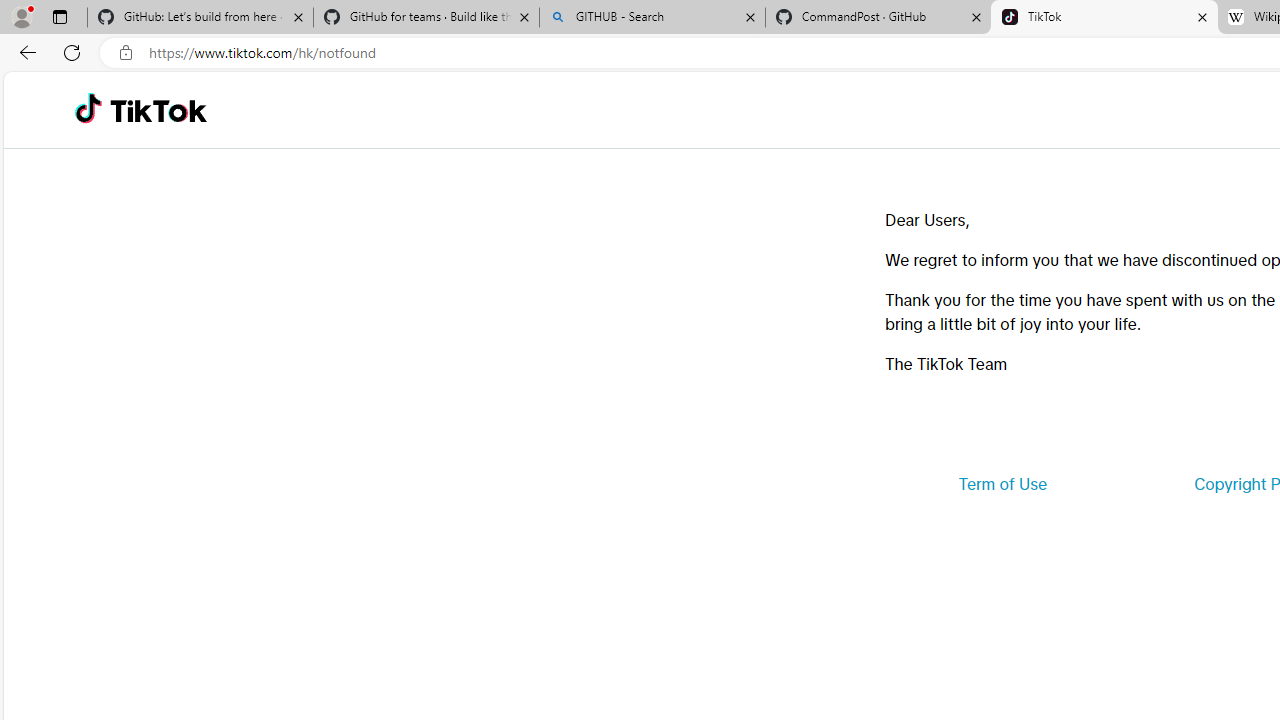 The height and width of the screenshot is (720, 1280). I want to click on 'GITHUB - Search', so click(652, 17).